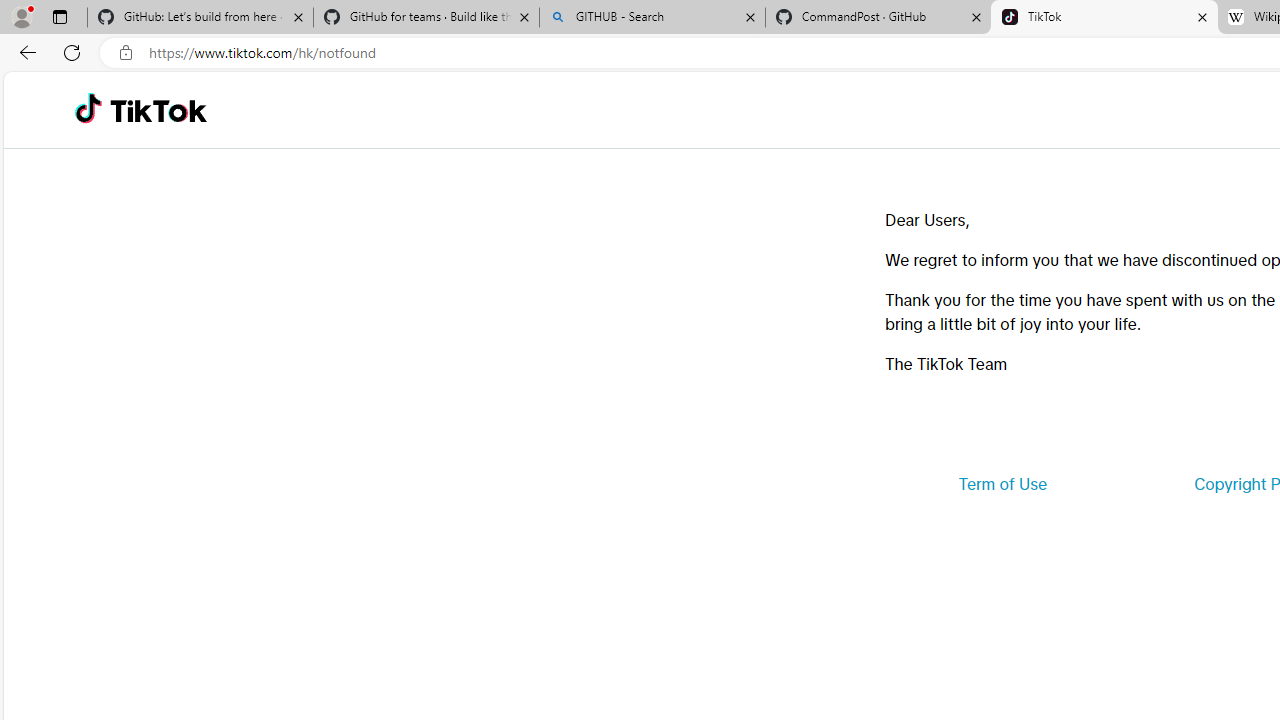 The height and width of the screenshot is (720, 1280). I want to click on 'GITHUB - Search', so click(652, 17).